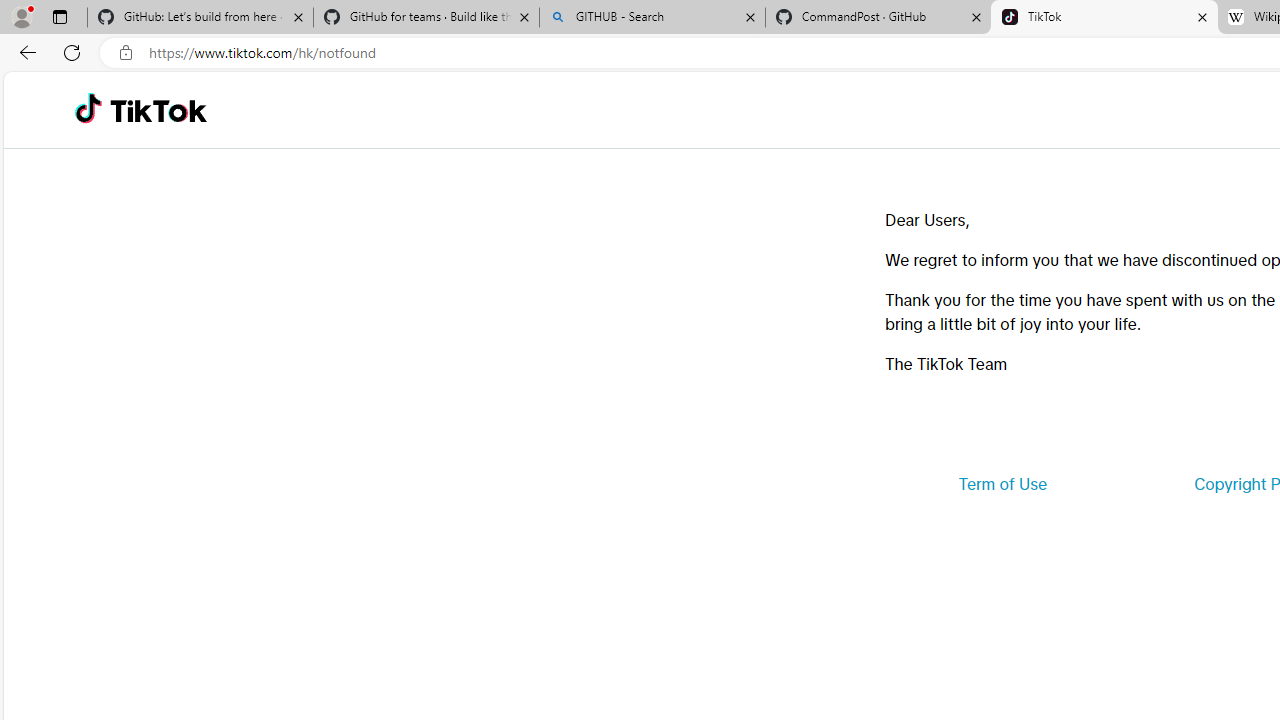 The height and width of the screenshot is (720, 1280). I want to click on 'GITHUB - Search', so click(652, 17).